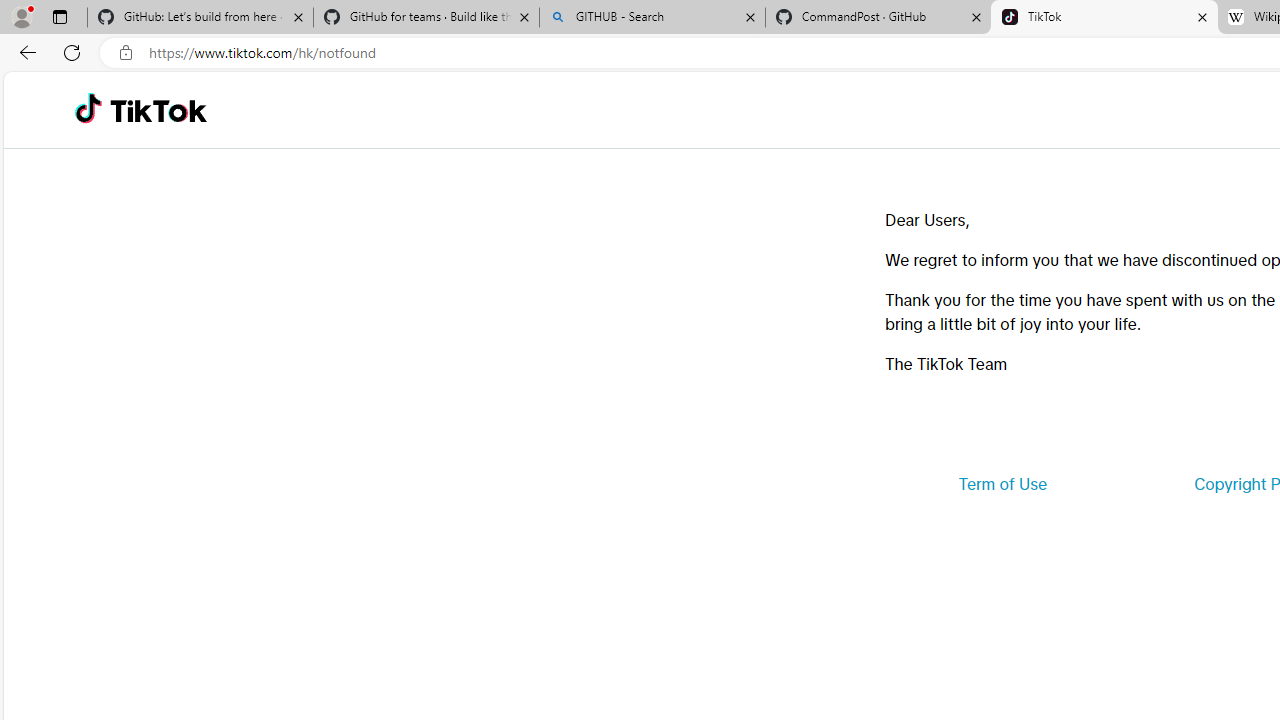 The height and width of the screenshot is (720, 1280). I want to click on 'GITHUB - Search', so click(652, 17).